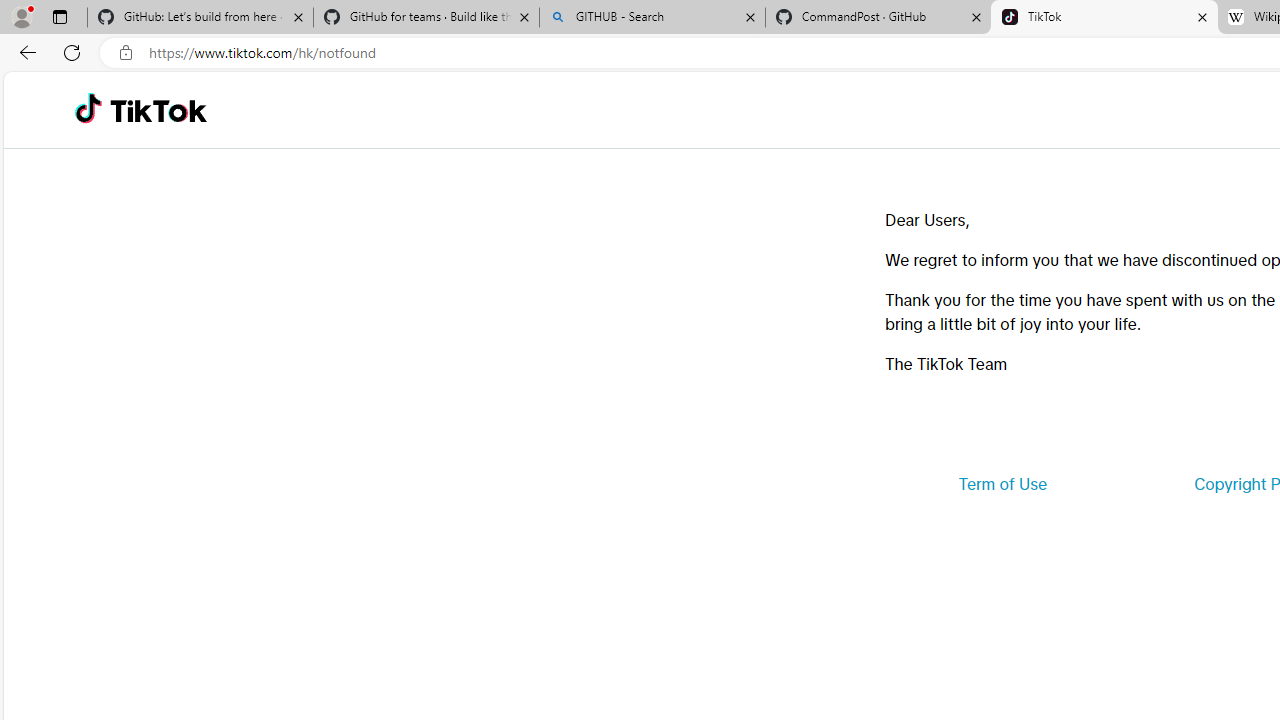 The height and width of the screenshot is (720, 1280). I want to click on 'GITHUB - Search', so click(652, 17).